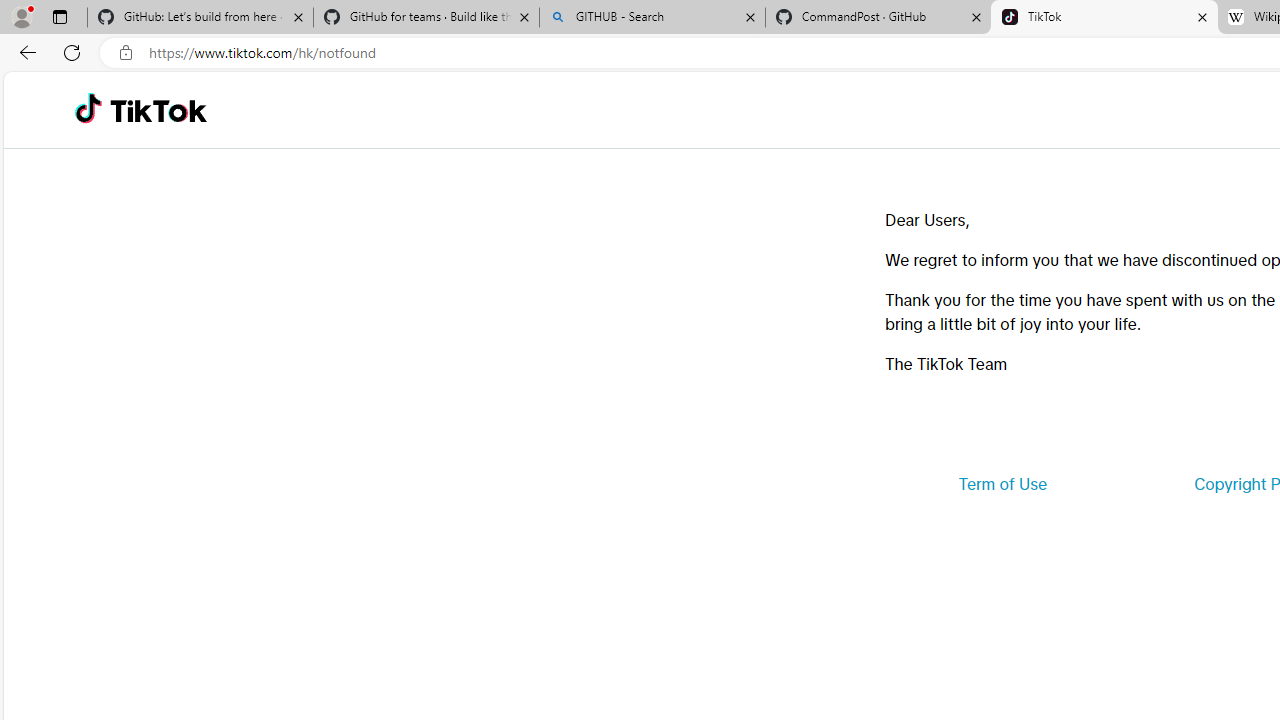 The height and width of the screenshot is (720, 1280). I want to click on 'GITHUB - Search', so click(652, 17).